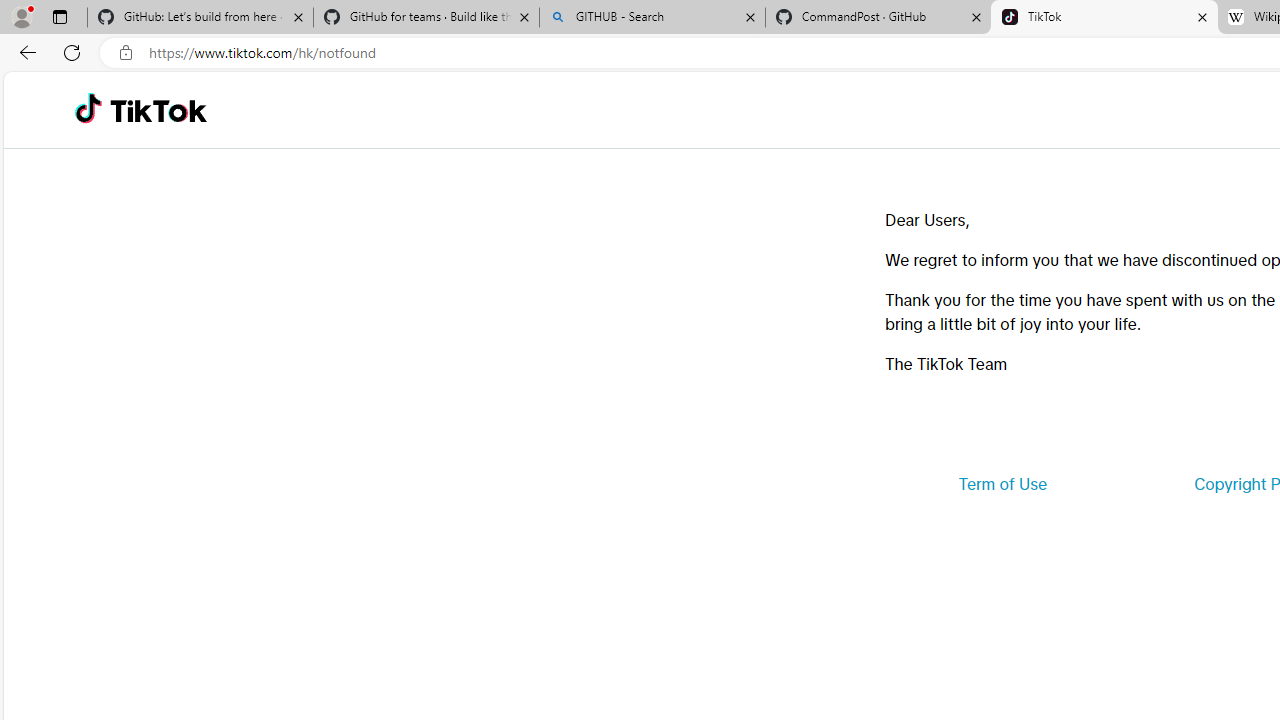 The height and width of the screenshot is (720, 1280). I want to click on 'GITHUB - Search', so click(652, 17).